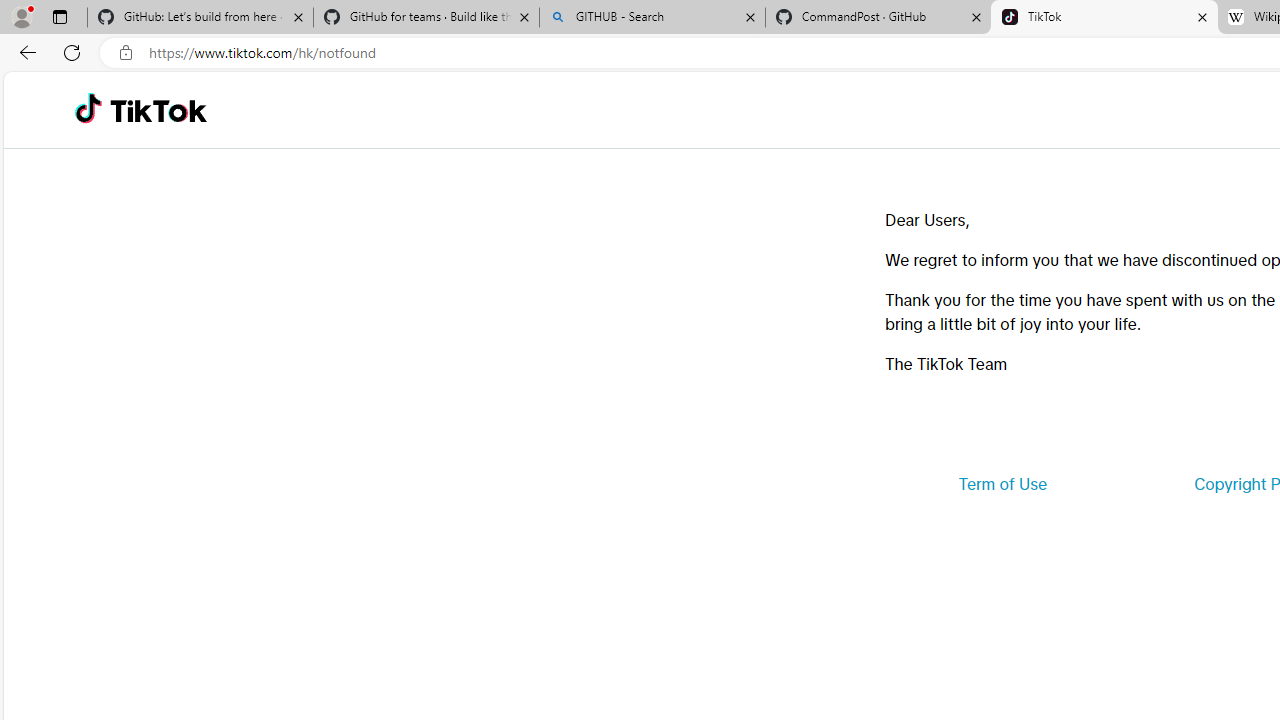 The height and width of the screenshot is (720, 1280). I want to click on 'GITHUB - Search', so click(652, 17).